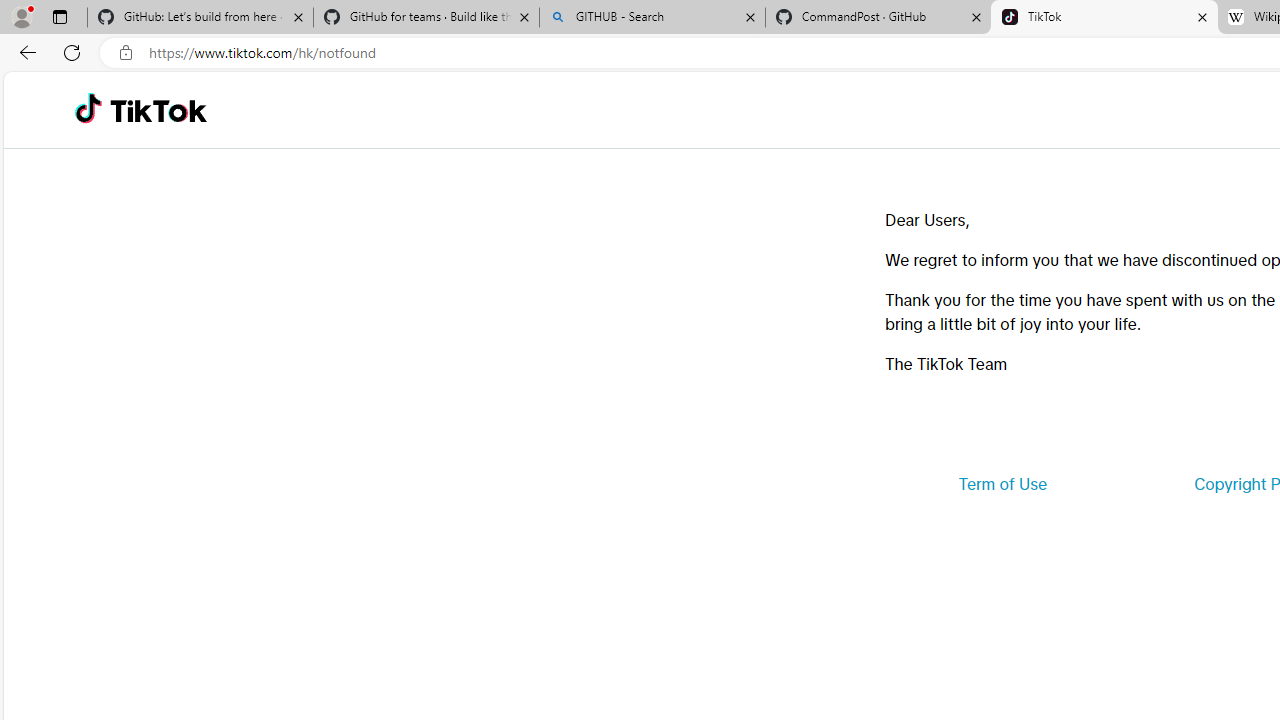 The height and width of the screenshot is (720, 1280). I want to click on 'GITHUB - Search', so click(652, 17).